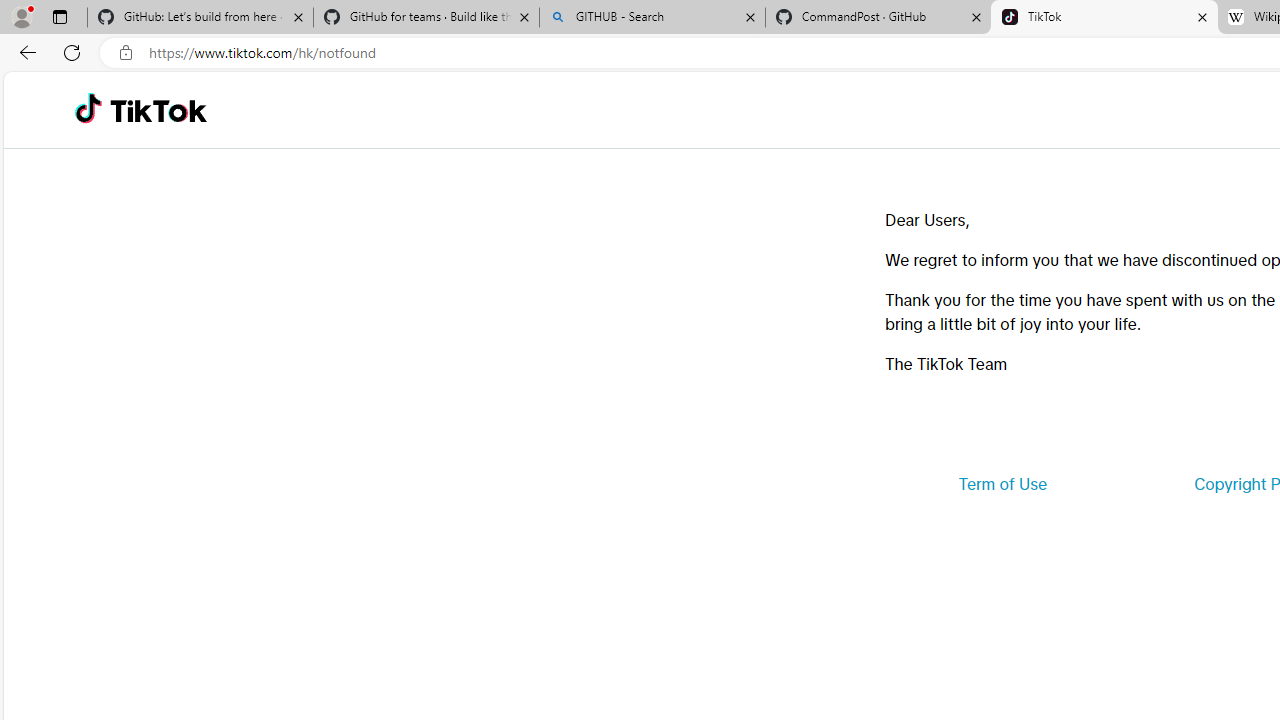 The height and width of the screenshot is (720, 1280). I want to click on 'GITHUB - Search', so click(652, 17).